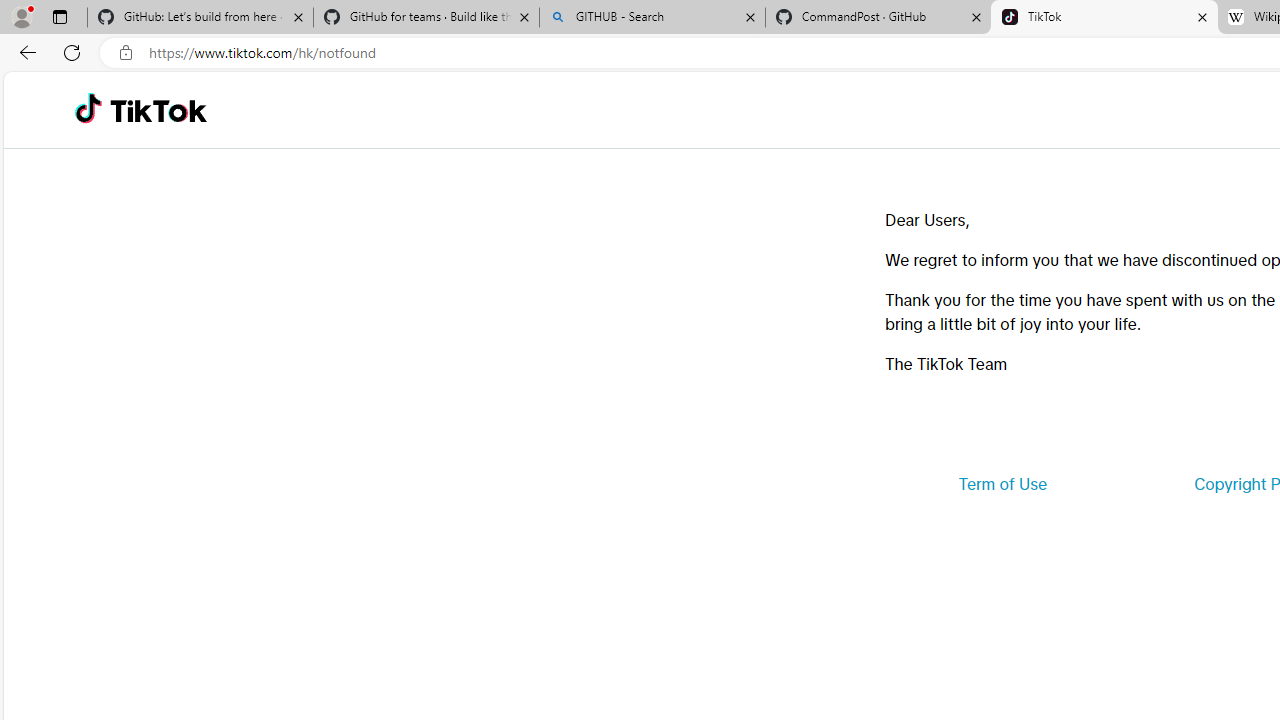 The height and width of the screenshot is (720, 1280). I want to click on 'GITHUB - Search', so click(652, 17).